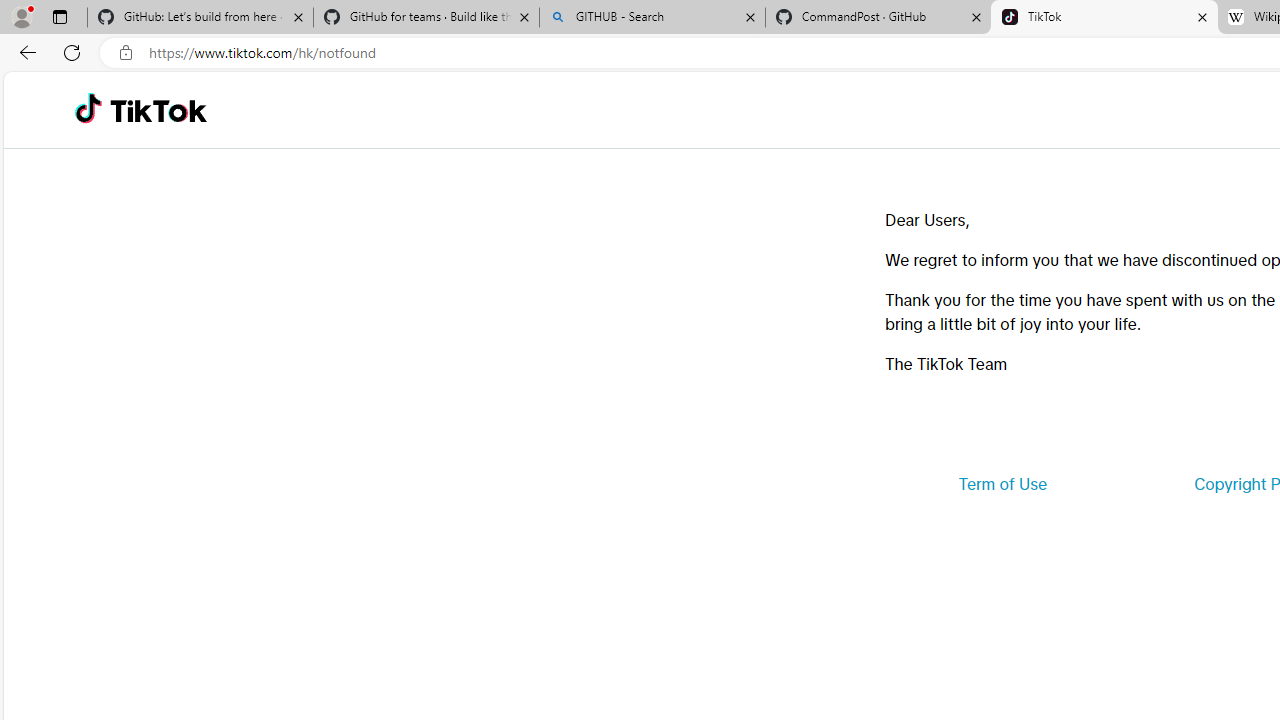 The height and width of the screenshot is (720, 1280). I want to click on 'GITHUB - Search', so click(652, 17).